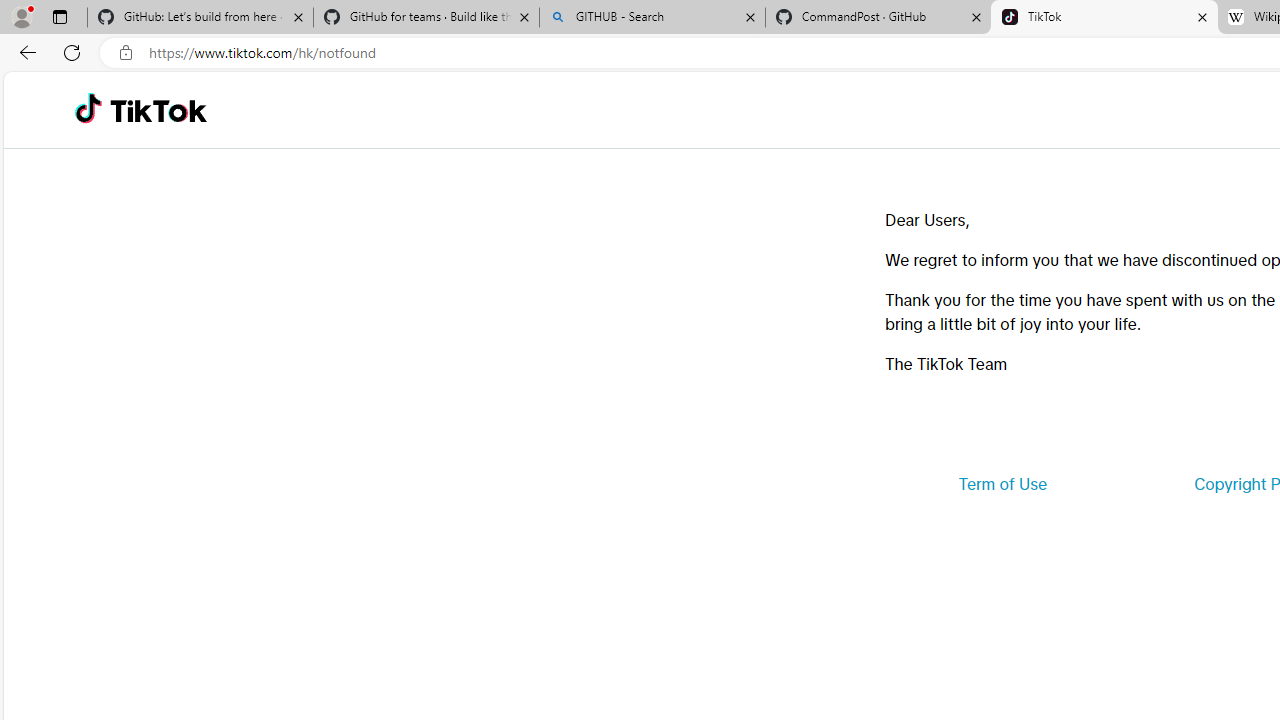 The height and width of the screenshot is (720, 1280). I want to click on 'GITHUB - Search', so click(652, 17).